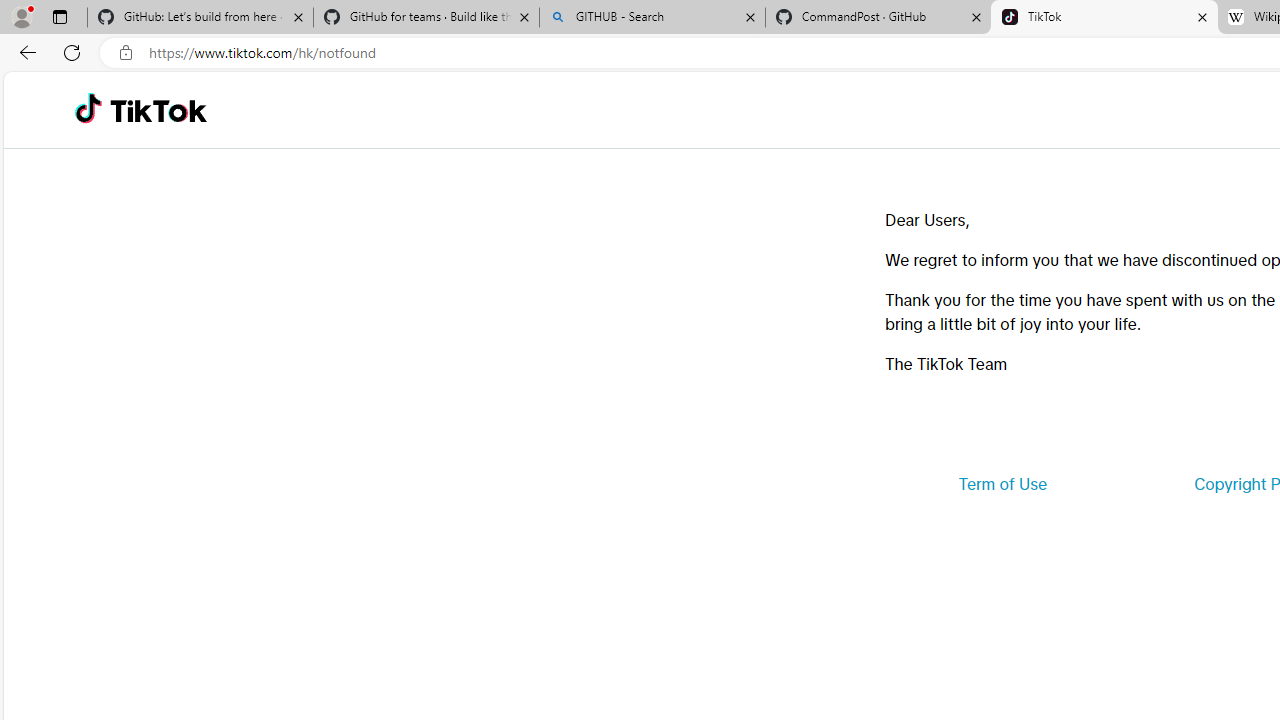 The height and width of the screenshot is (720, 1280). I want to click on 'GITHUB - Search', so click(652, 17).